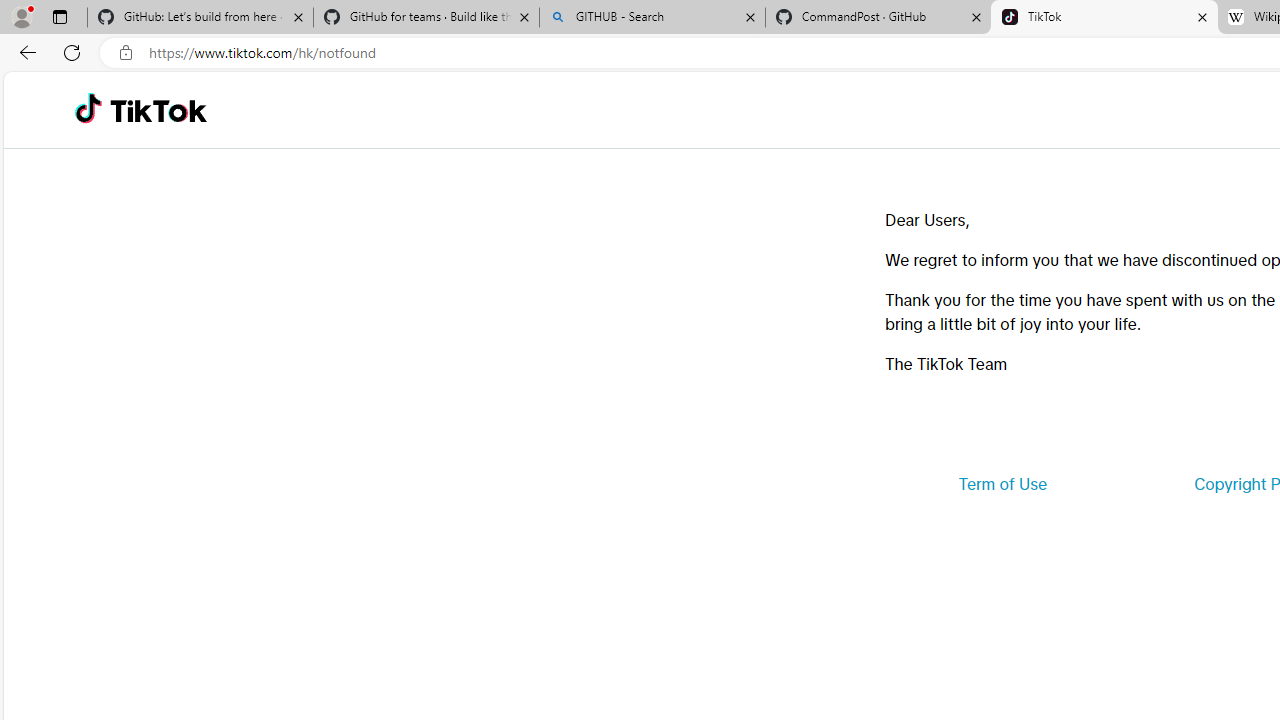 The height and width of the screenshot is (720, 1280). I want to click on 'GITHUB - Search', so click(652, 17).